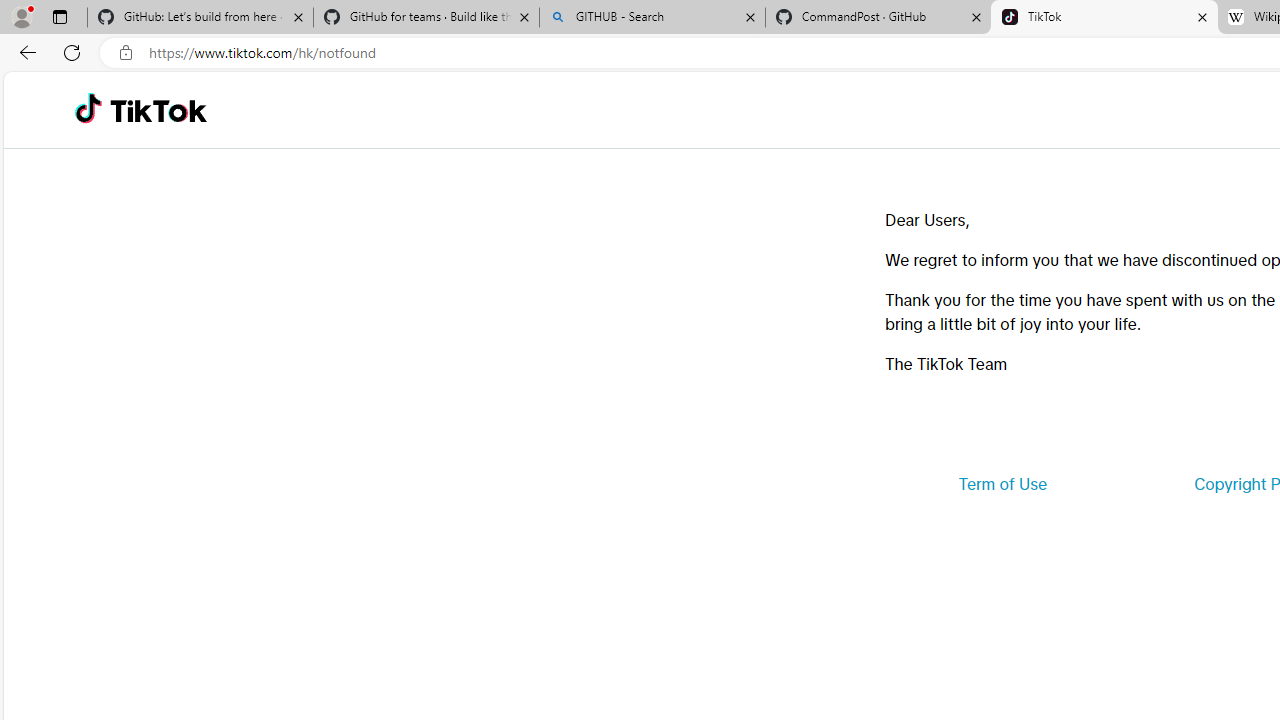 The height and width of the screenshot is (720, 1280). I want to click on 'GITHUB - Search', so click(652, 17).